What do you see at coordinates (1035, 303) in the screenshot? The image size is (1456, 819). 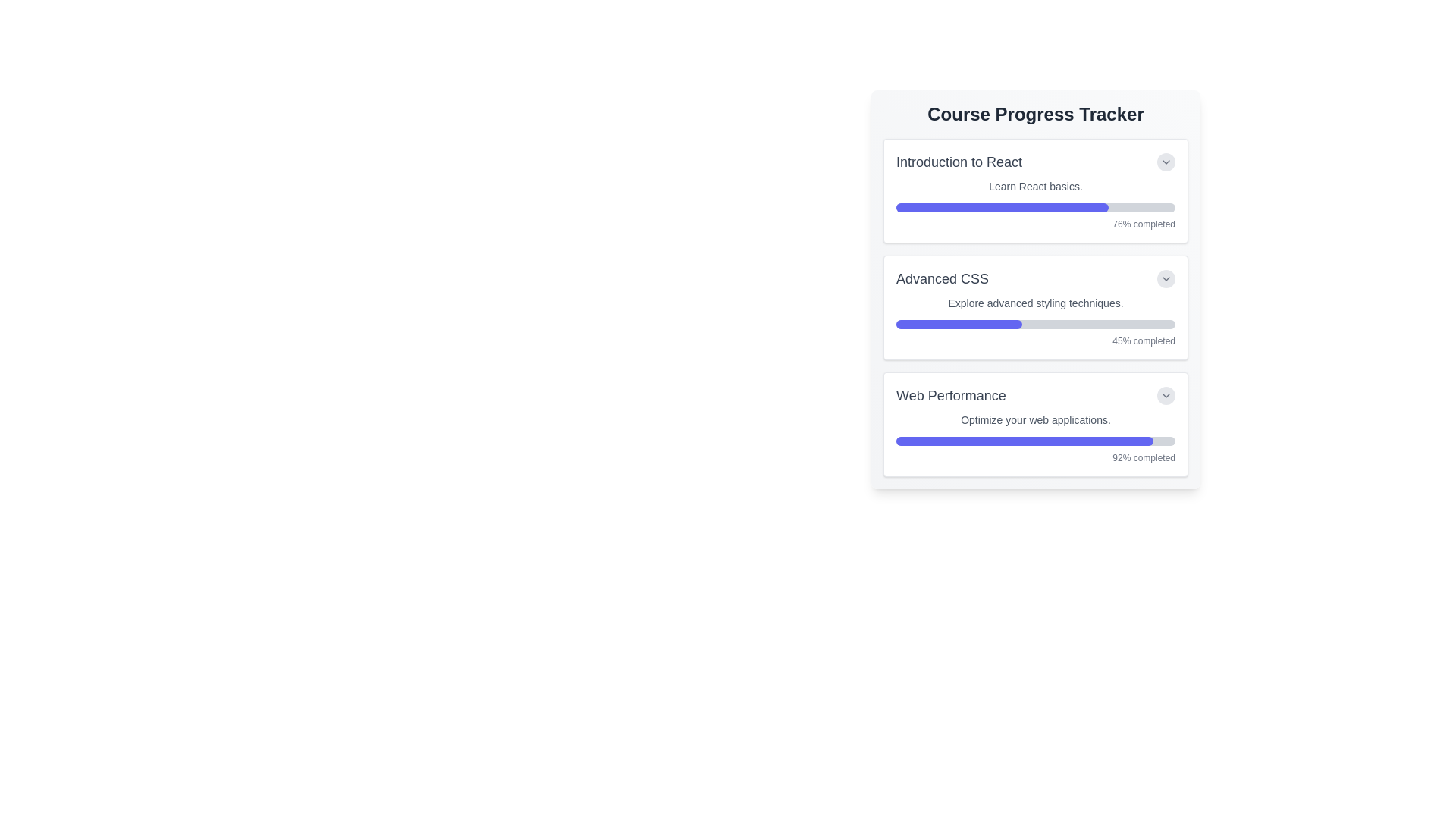 I see `the descriptive subheading text for the 'Advanced CSS' course, which is the second visible text element within the card, located below the header and above the progress bar` at bounding box center [1035, 303].